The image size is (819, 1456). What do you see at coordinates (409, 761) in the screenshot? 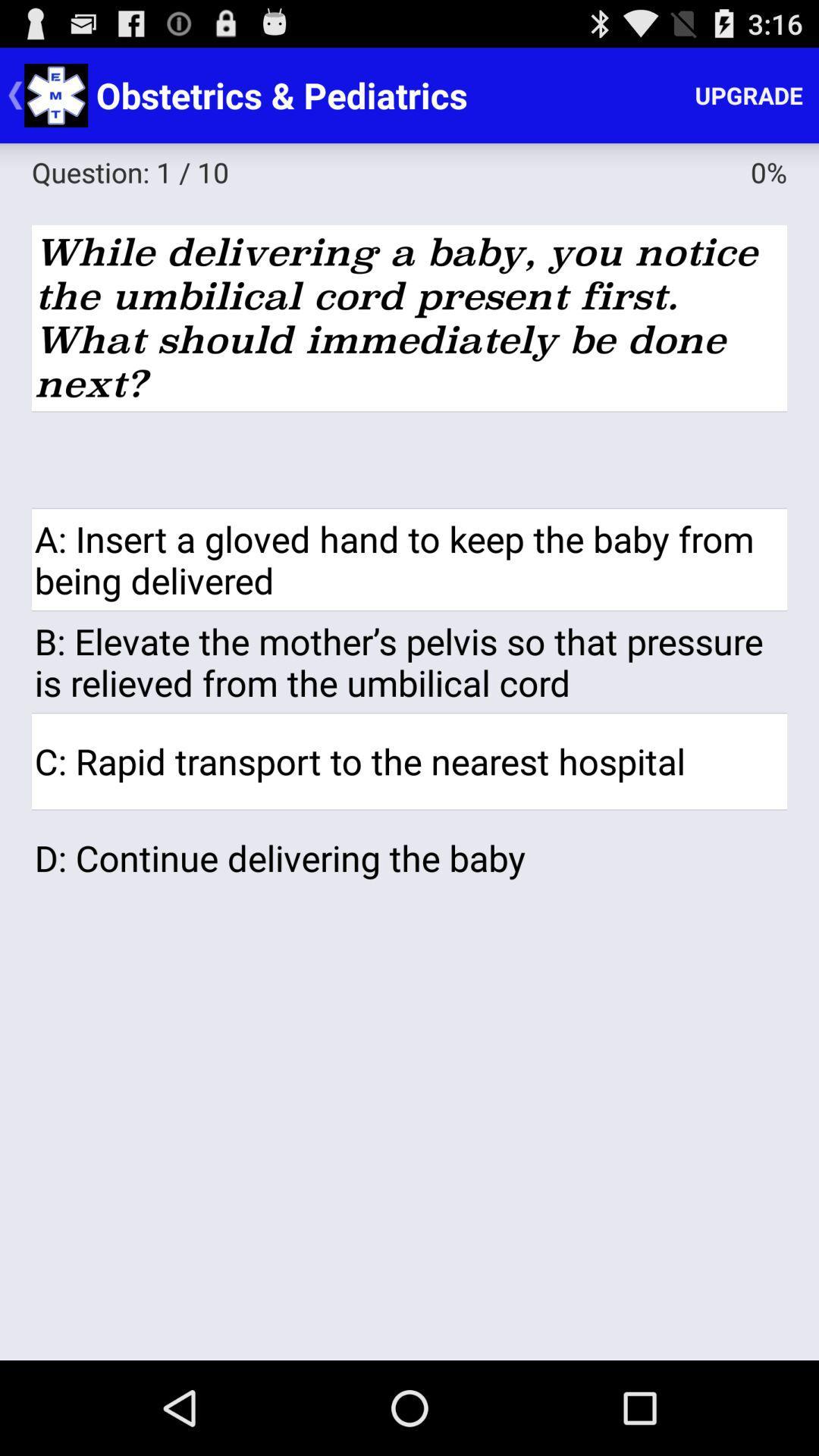
I see `c rapid transport item` at bounding box center [409, 761].